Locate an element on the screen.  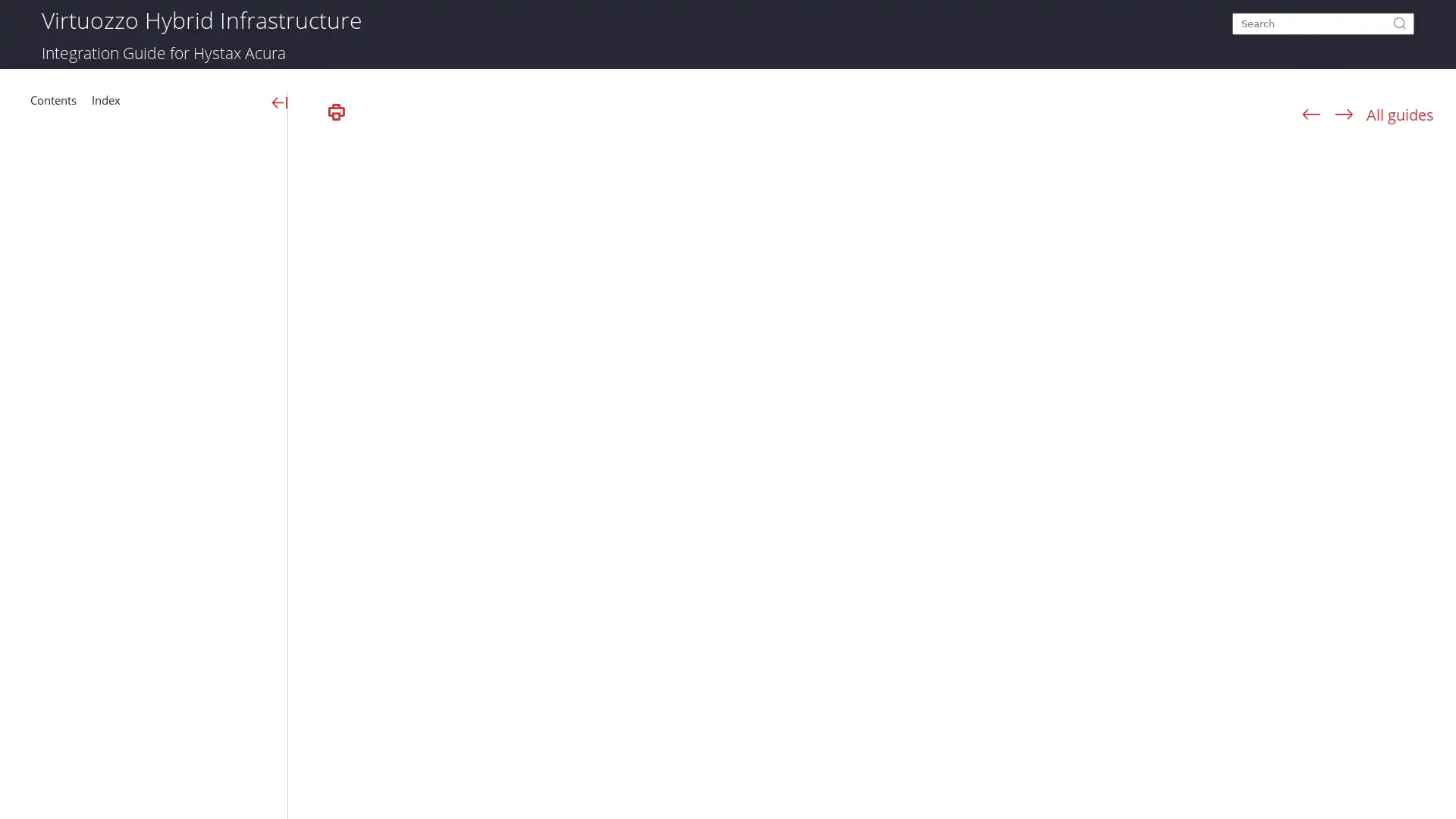
Print is located at coordinates (336, 111).